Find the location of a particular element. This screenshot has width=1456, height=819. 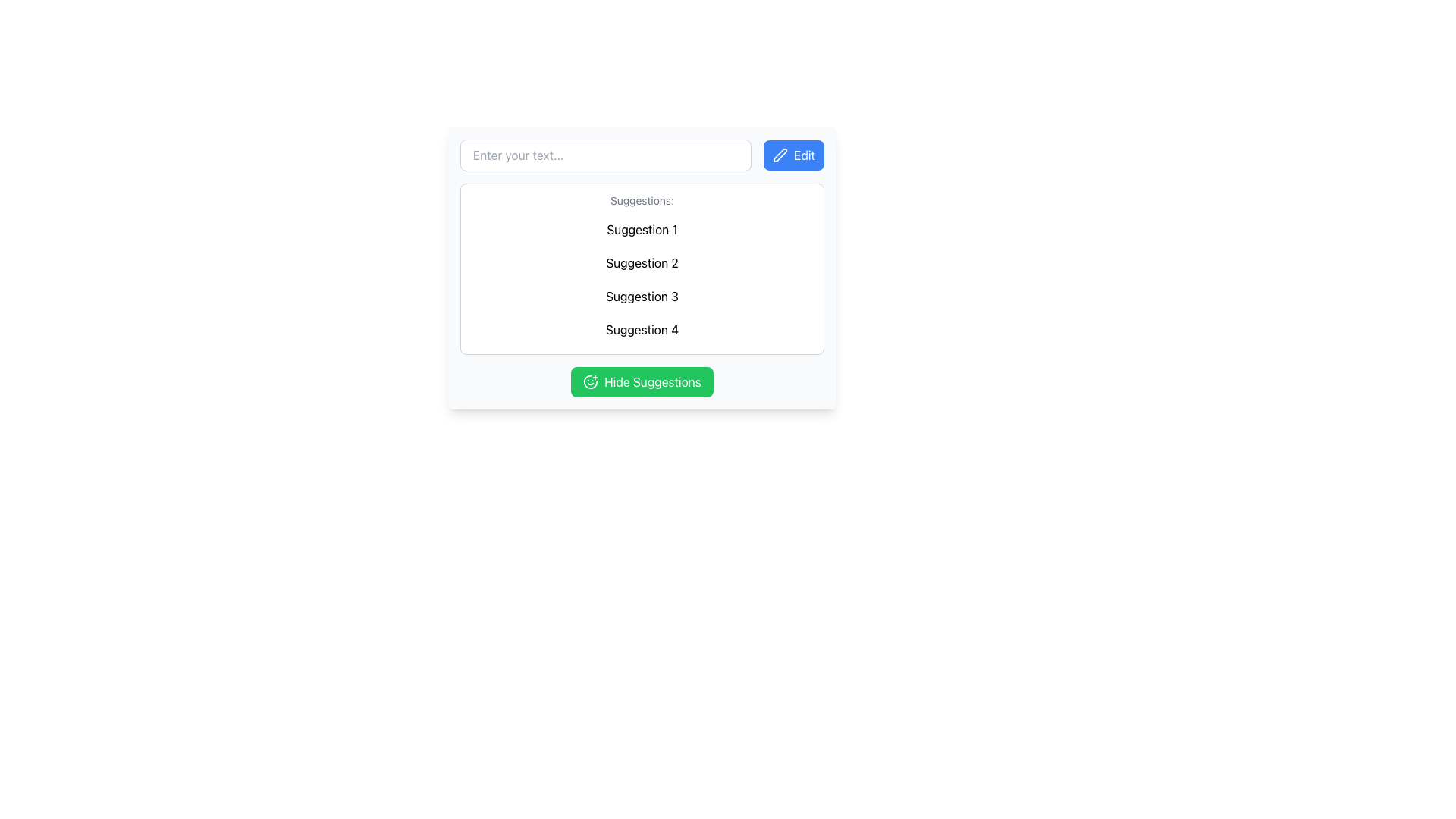

to select the first suggestion displayed in the suggestion box below the input field is located at coordinates (642, 230).